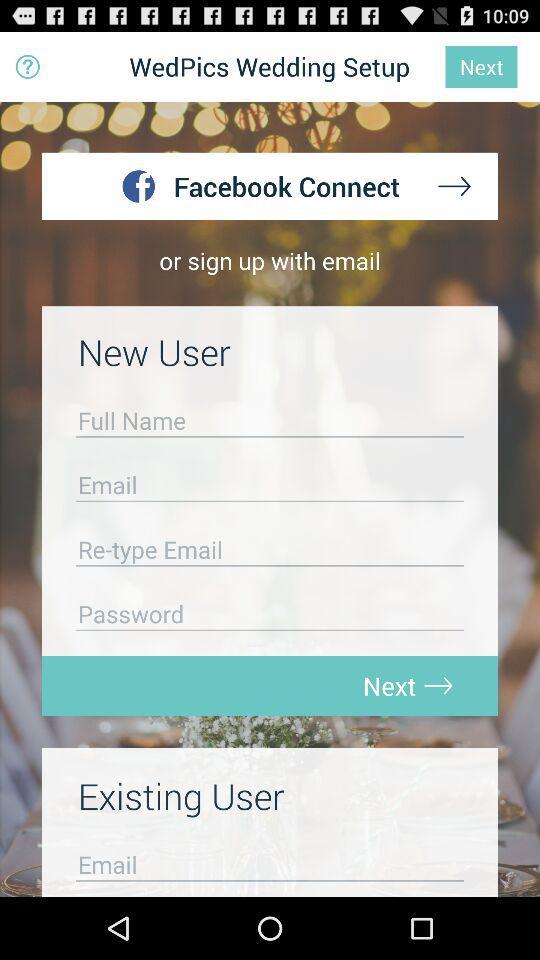 The width and height of the screenshot is (540, 960). I want to click on icon above the or sign up icon, so click(26, 66).